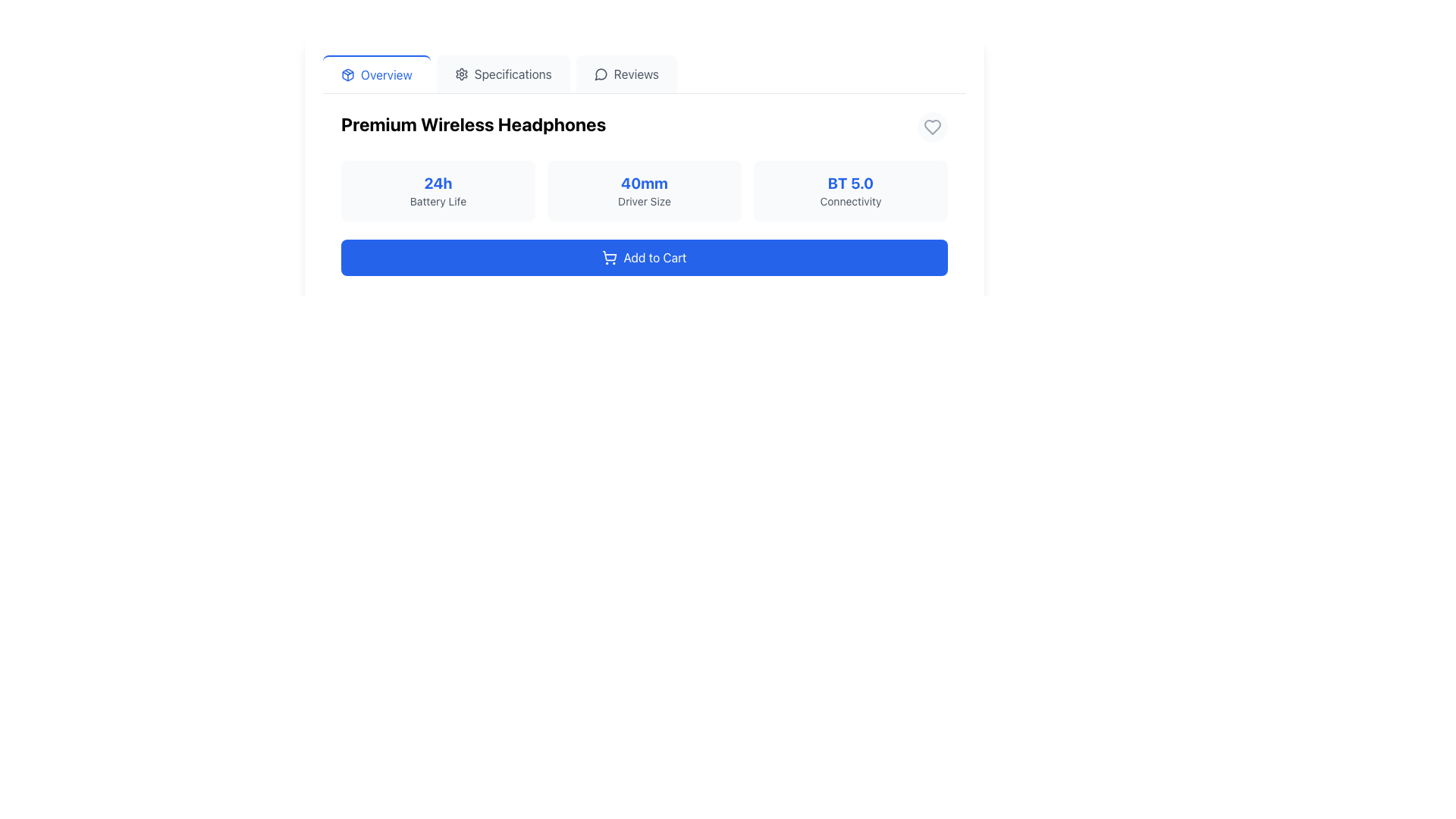 The width and height of the screenshot is (1456, 819). What do you see at coordinates (503, 74) in the screenshot?
I see `the 'Specifications' tab, which is the second tab from the left` at bounding box center [503, 74].